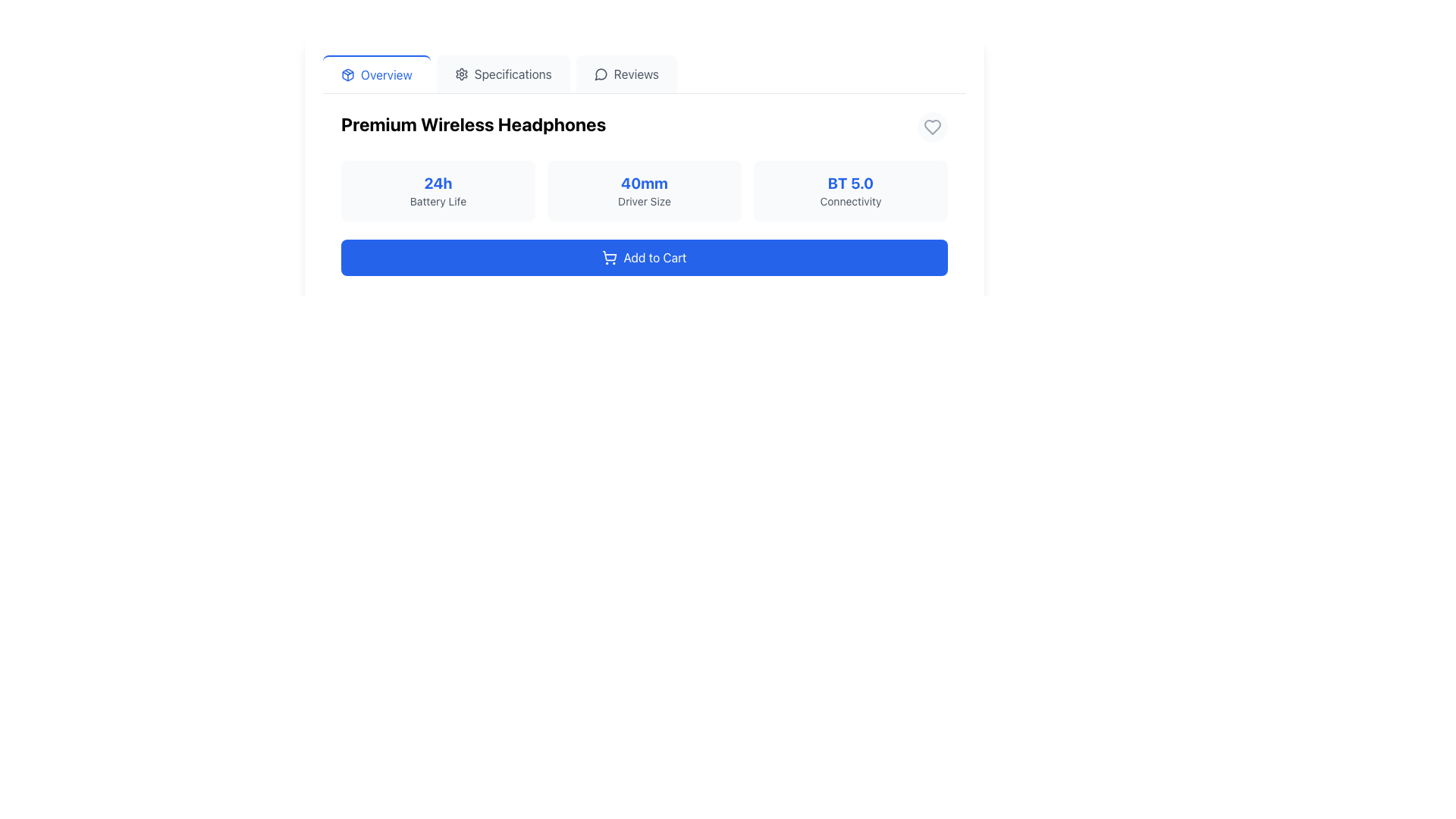 The width and height of the screenshot is (1456, 819). What do you see at coordinates (503, 74) in the screenshot?
I see `the 'Specifications' tab, which is the second tab from the left` at bounding box center [503, 74].